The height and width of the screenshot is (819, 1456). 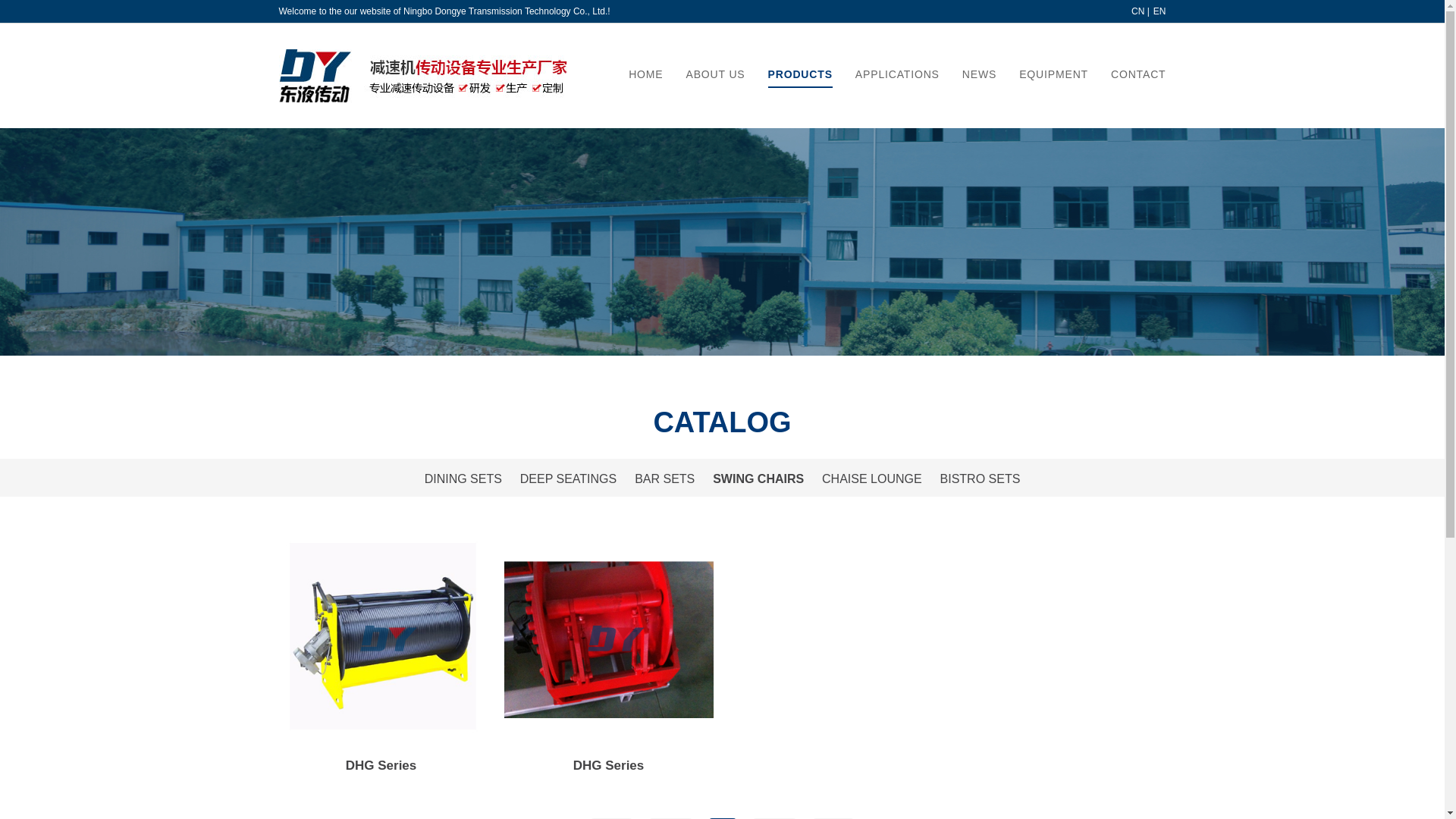 I want to click on 'EN', so click(x=1159, y=11).